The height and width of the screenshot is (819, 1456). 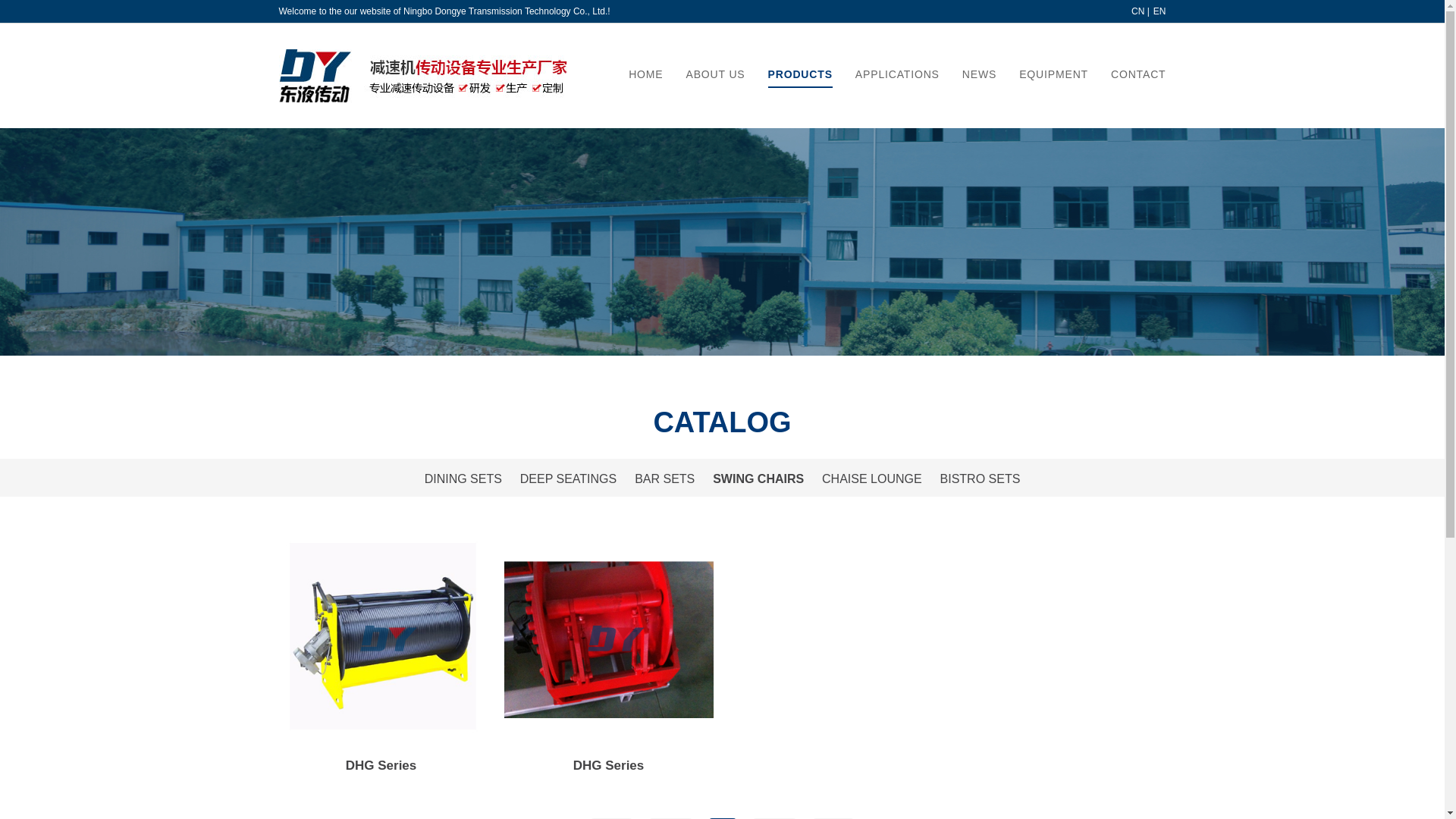 I want to click on 'EN', so click(x=1159, y=11).